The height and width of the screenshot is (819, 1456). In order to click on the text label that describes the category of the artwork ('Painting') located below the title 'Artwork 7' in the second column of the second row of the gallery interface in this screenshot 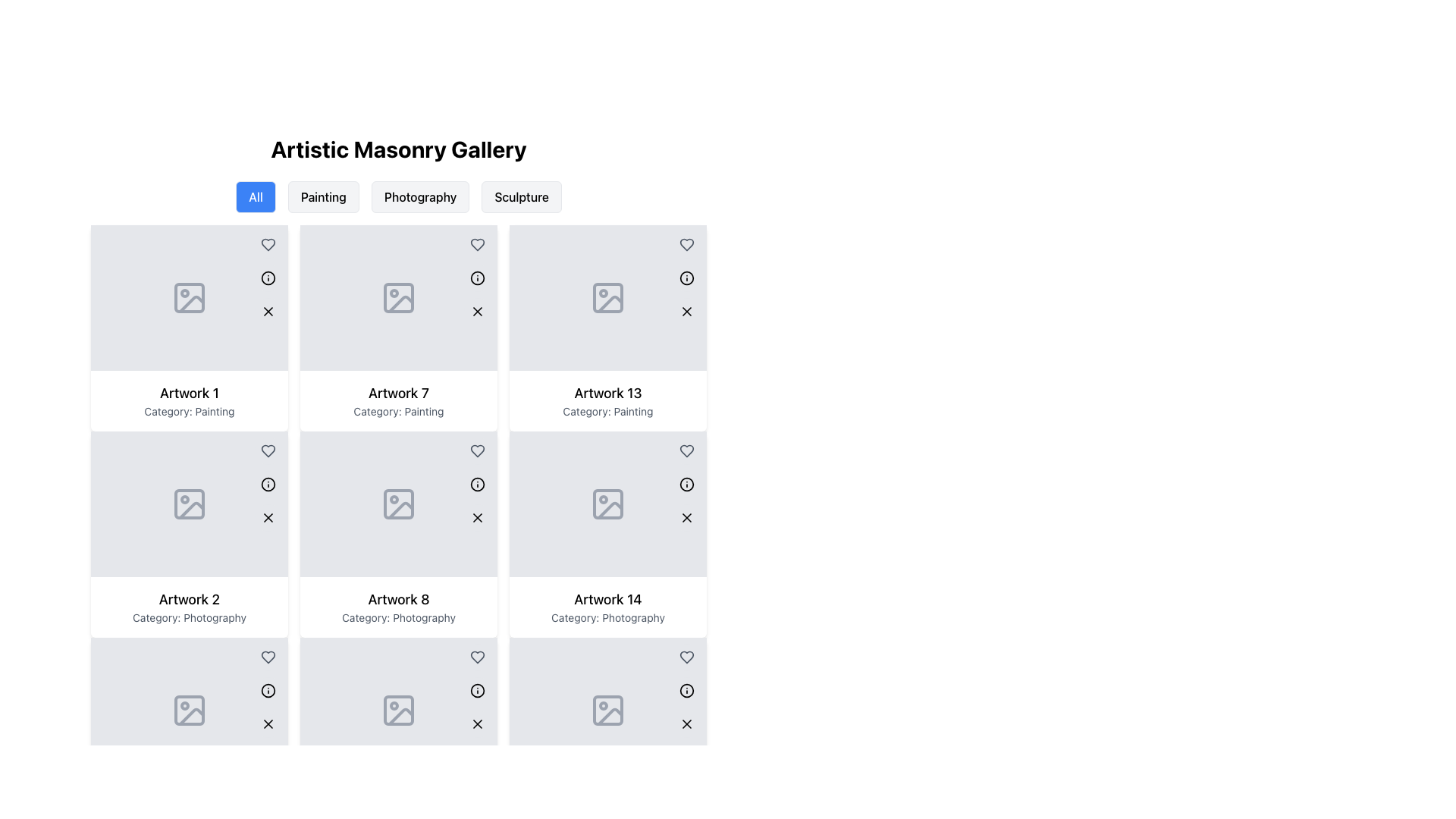, I will do `click(399, 412)`.